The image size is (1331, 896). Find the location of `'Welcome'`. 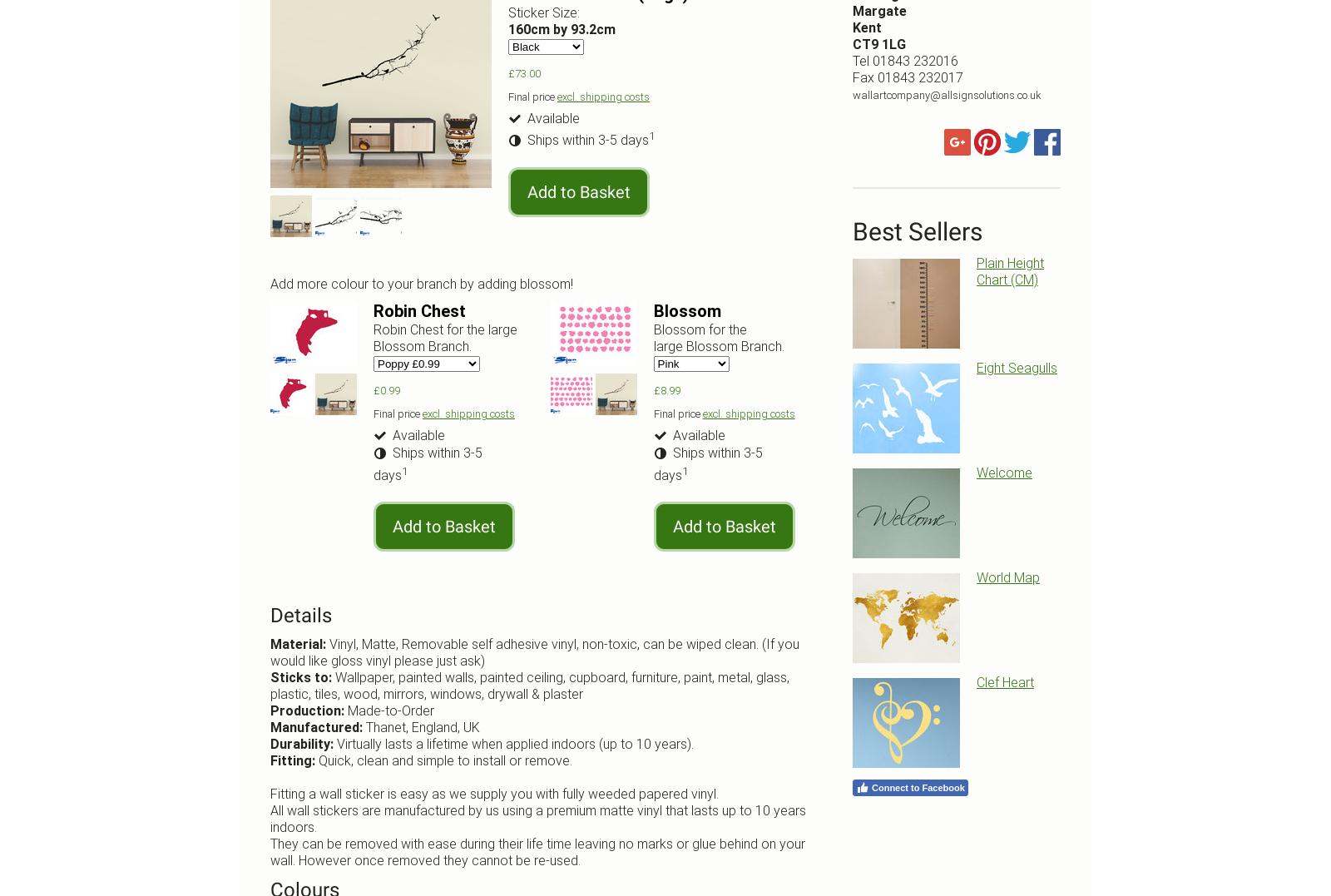

'Welcome' is located at coordinates (1003, 473).